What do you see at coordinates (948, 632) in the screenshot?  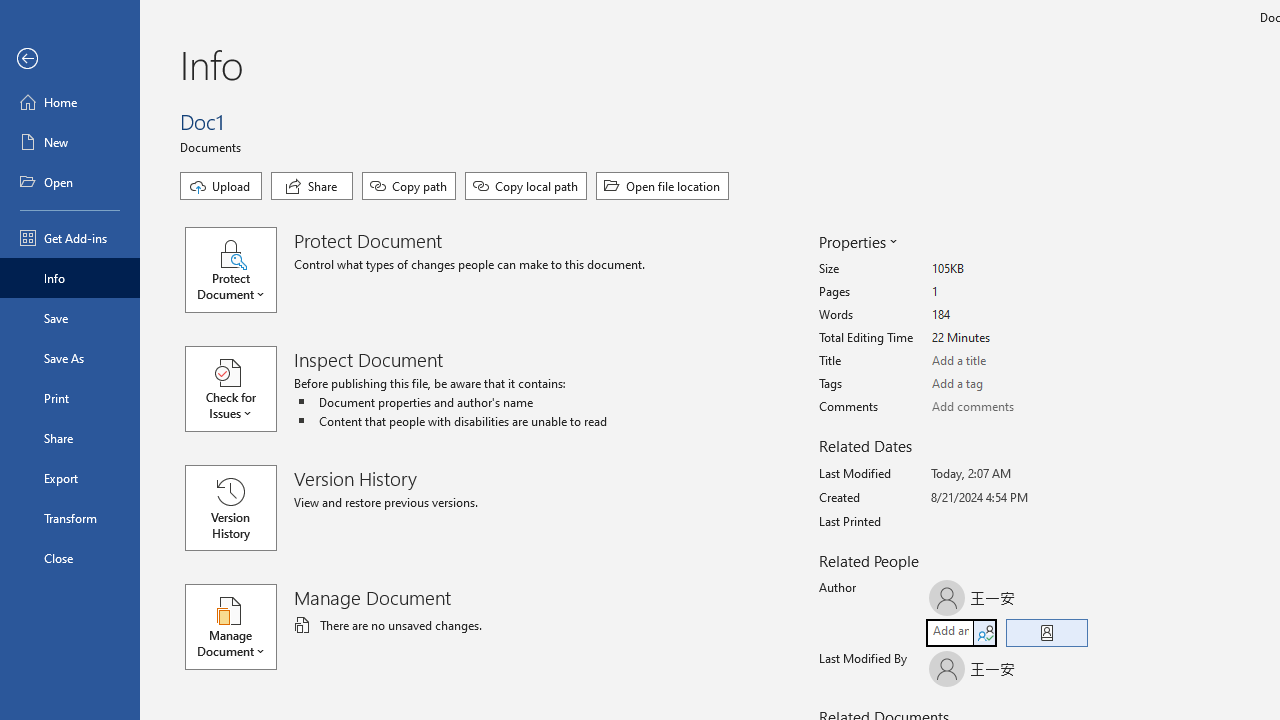 I see `'Add an author'` at bounding box center [948, 632].